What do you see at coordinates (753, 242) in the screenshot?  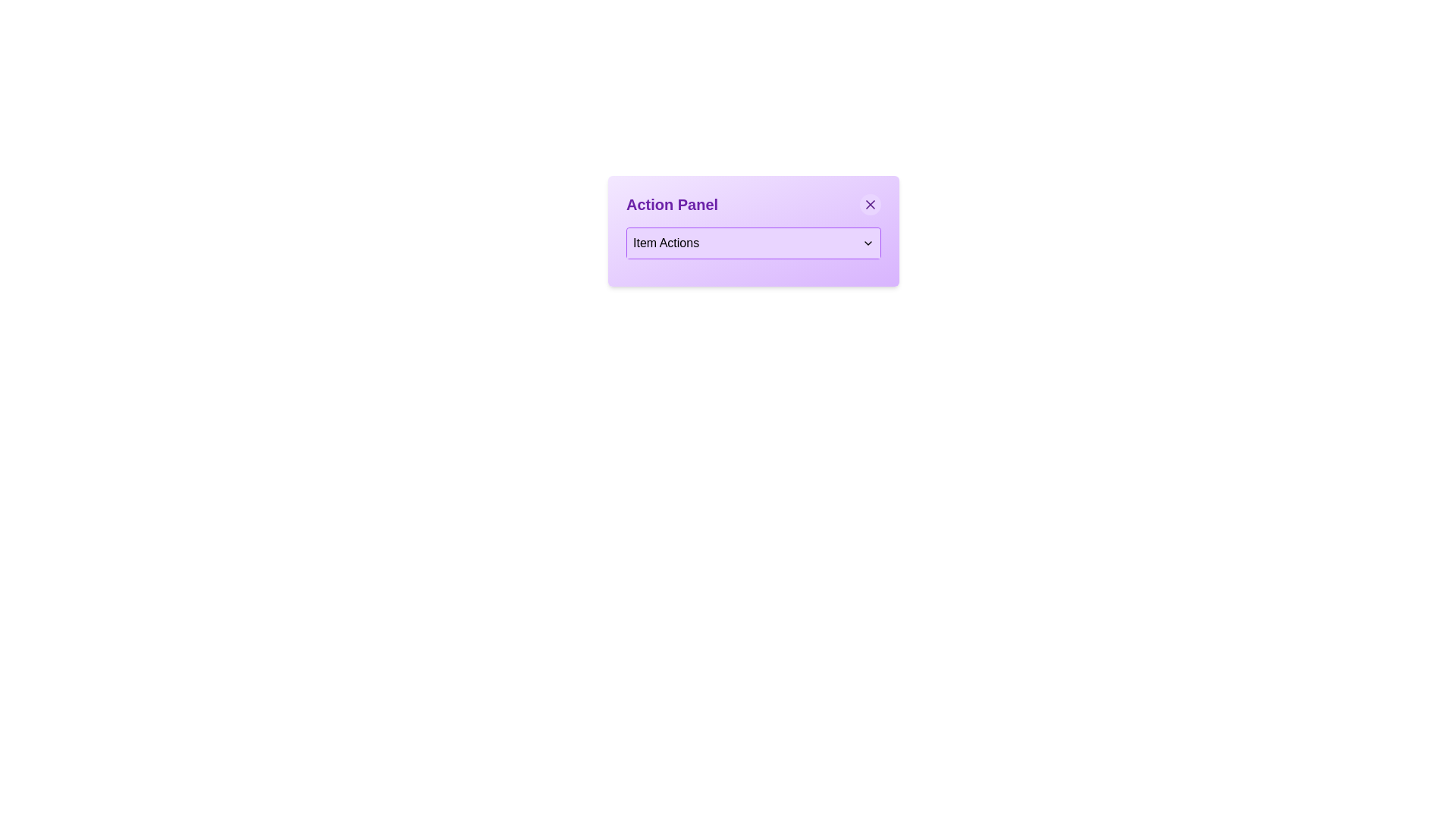 I see `the Dropdown trigger component located in the purple panel titled 'Action Panel'` at bounding box center [753, 242].